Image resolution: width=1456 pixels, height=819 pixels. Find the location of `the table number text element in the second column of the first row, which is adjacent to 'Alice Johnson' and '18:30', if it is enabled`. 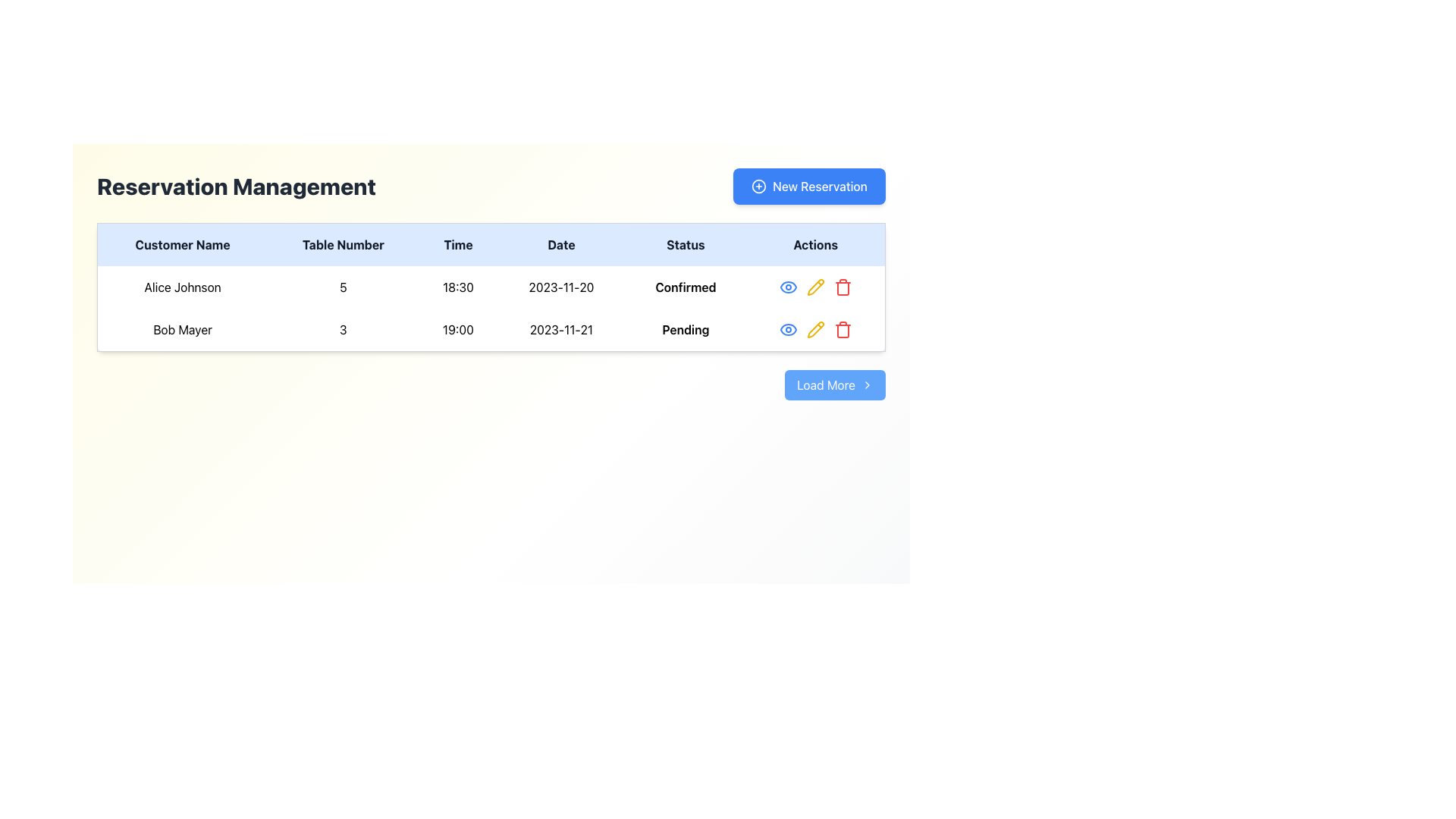

the table number text element in the second column of the first row, which is adjacent to 'Alice Johnson' and '18:30', if it is enabled is located at coordinates (342, 287).